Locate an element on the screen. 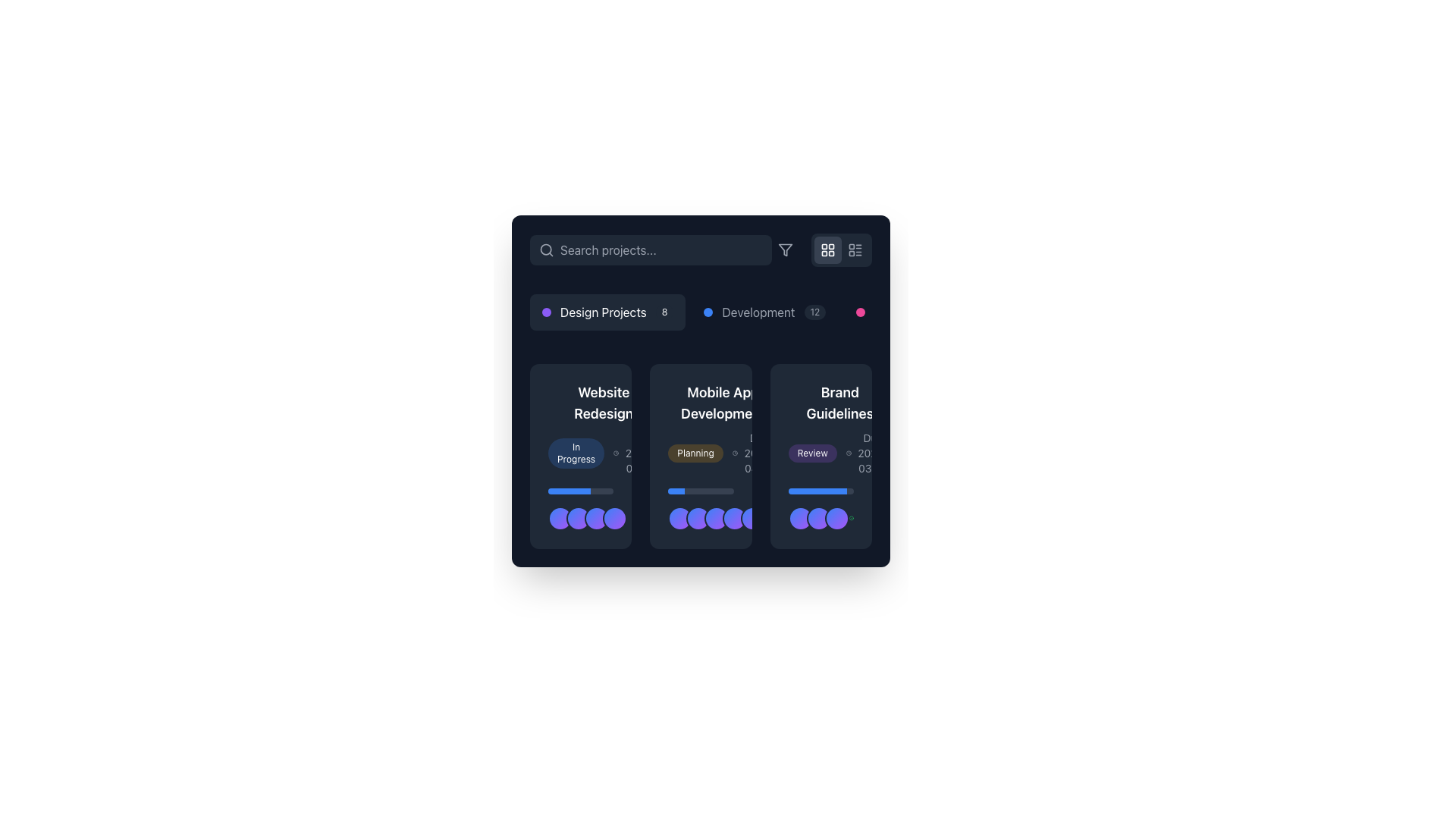  the sixth circular avatar-like component with a gradient background transitioning from blue to purple is located at coordinates (771, 517).